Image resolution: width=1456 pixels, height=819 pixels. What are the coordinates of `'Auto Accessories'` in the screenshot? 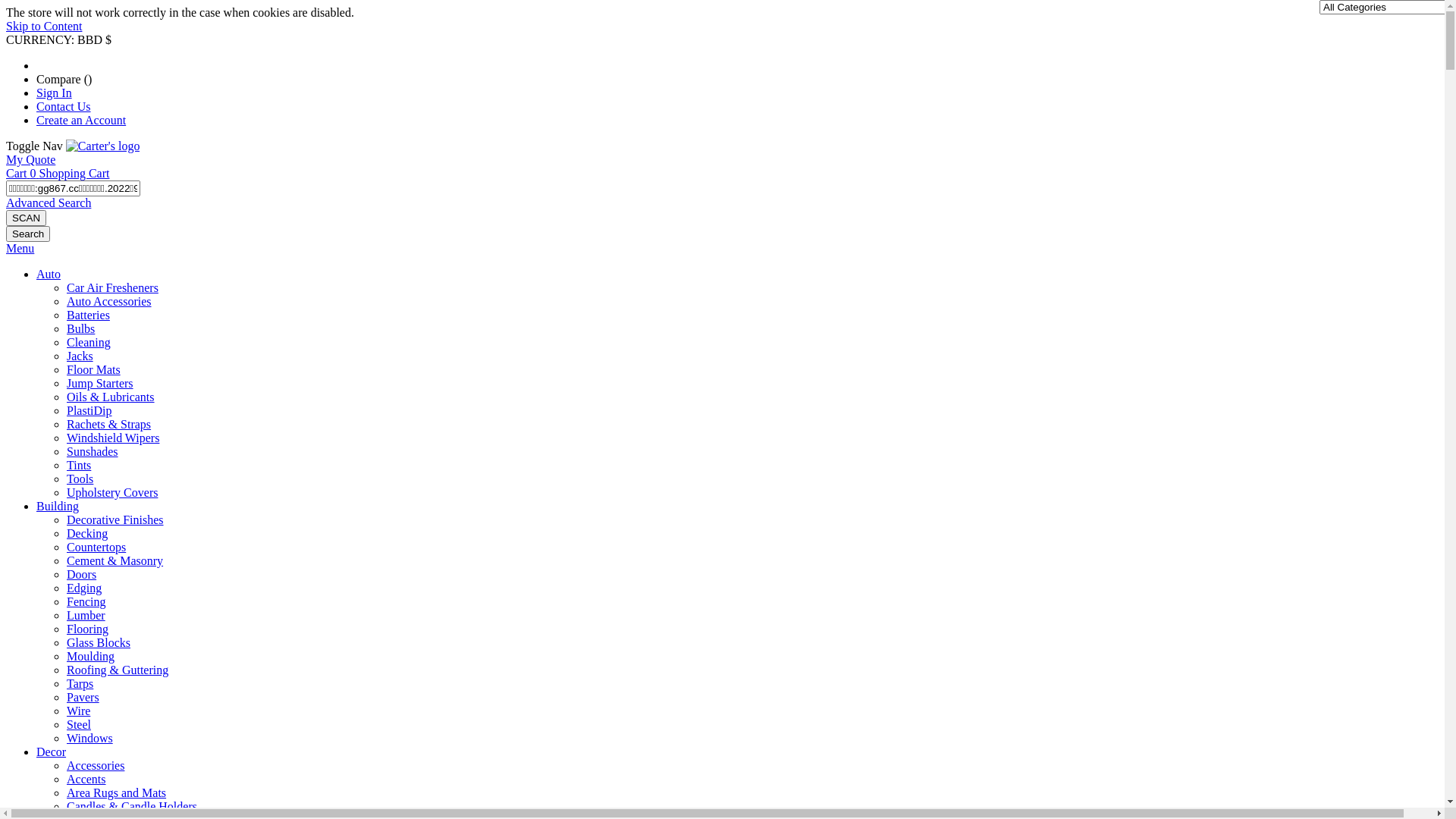 It's located at (108, 301).